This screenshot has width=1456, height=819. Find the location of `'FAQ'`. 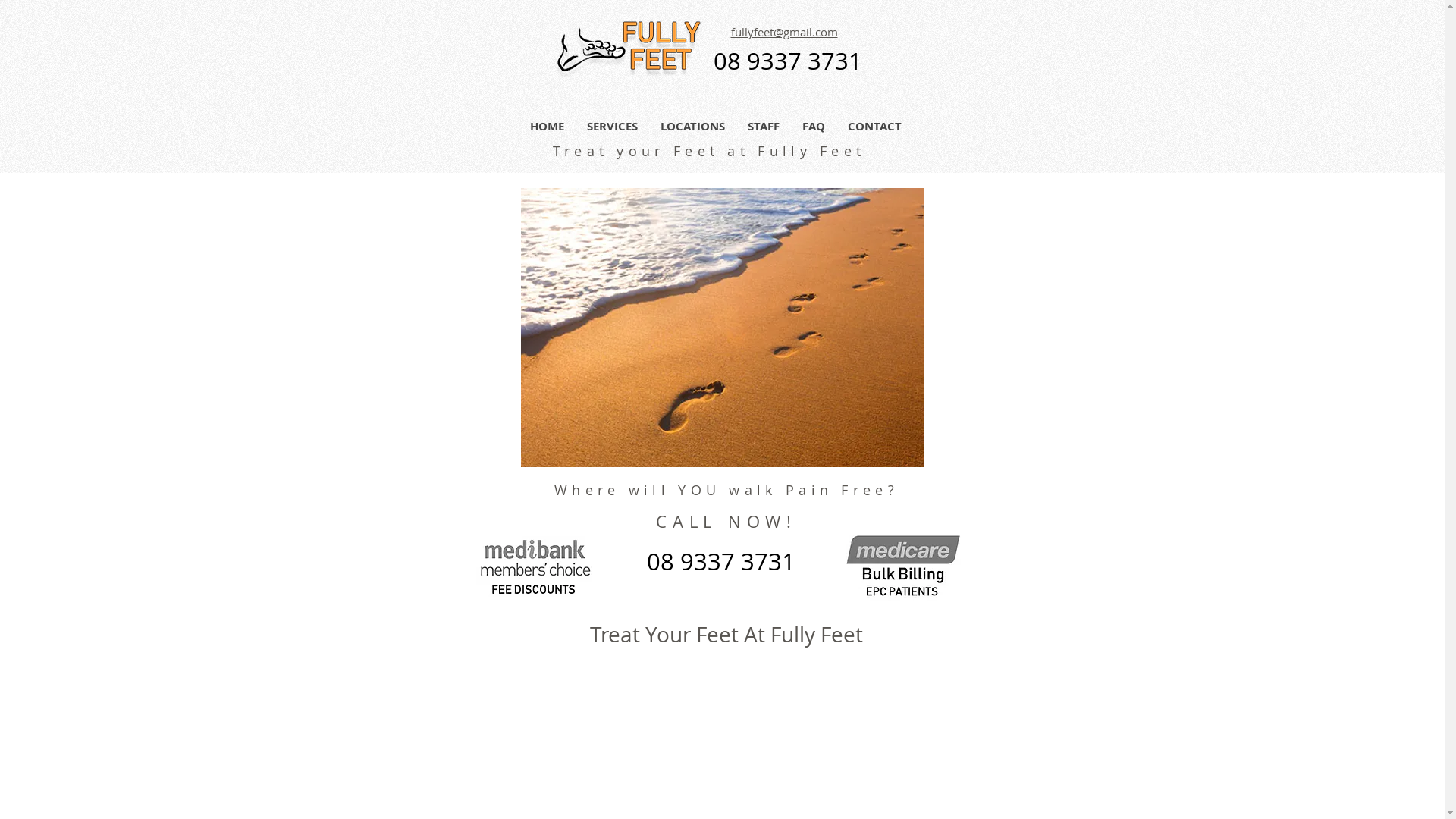

'FAQ' is located at coordinates (811, 125).